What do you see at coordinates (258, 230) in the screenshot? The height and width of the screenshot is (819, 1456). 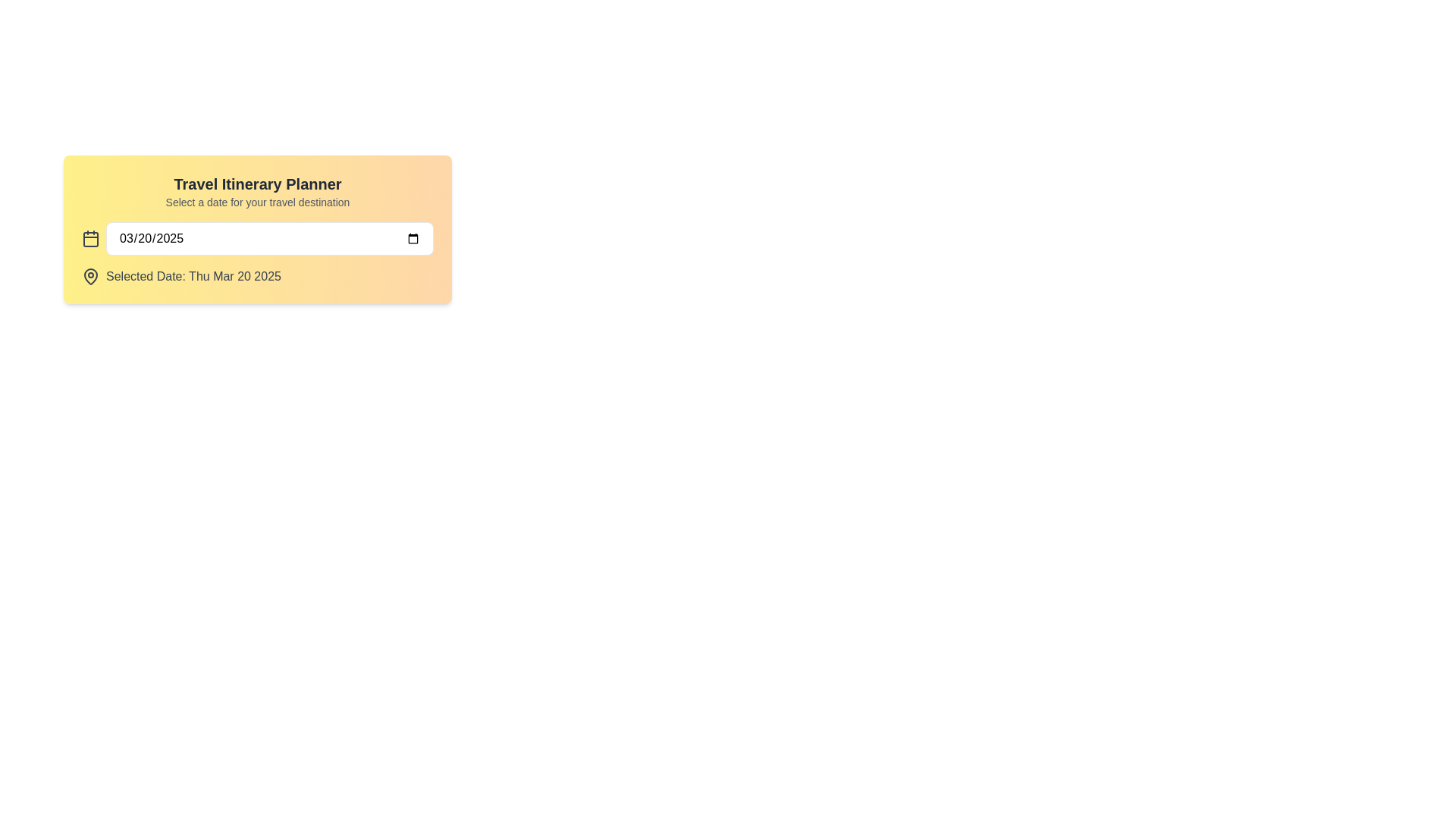 I see `the calendar icon in the interactive date selection tool` at bounding box center [258, 230].